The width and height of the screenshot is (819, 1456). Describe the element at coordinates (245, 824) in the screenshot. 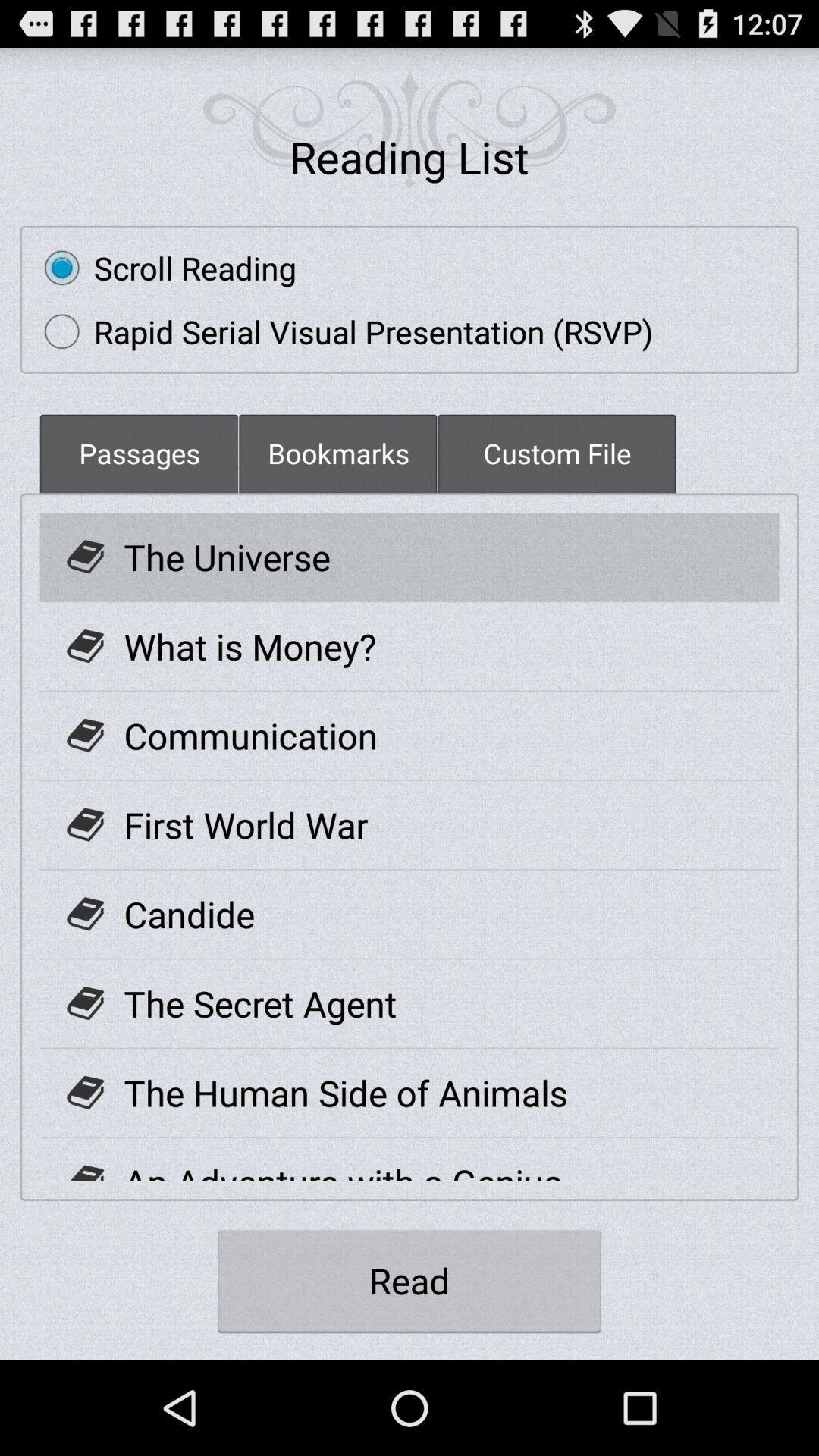

I see `the icon below communication icon` at that location.